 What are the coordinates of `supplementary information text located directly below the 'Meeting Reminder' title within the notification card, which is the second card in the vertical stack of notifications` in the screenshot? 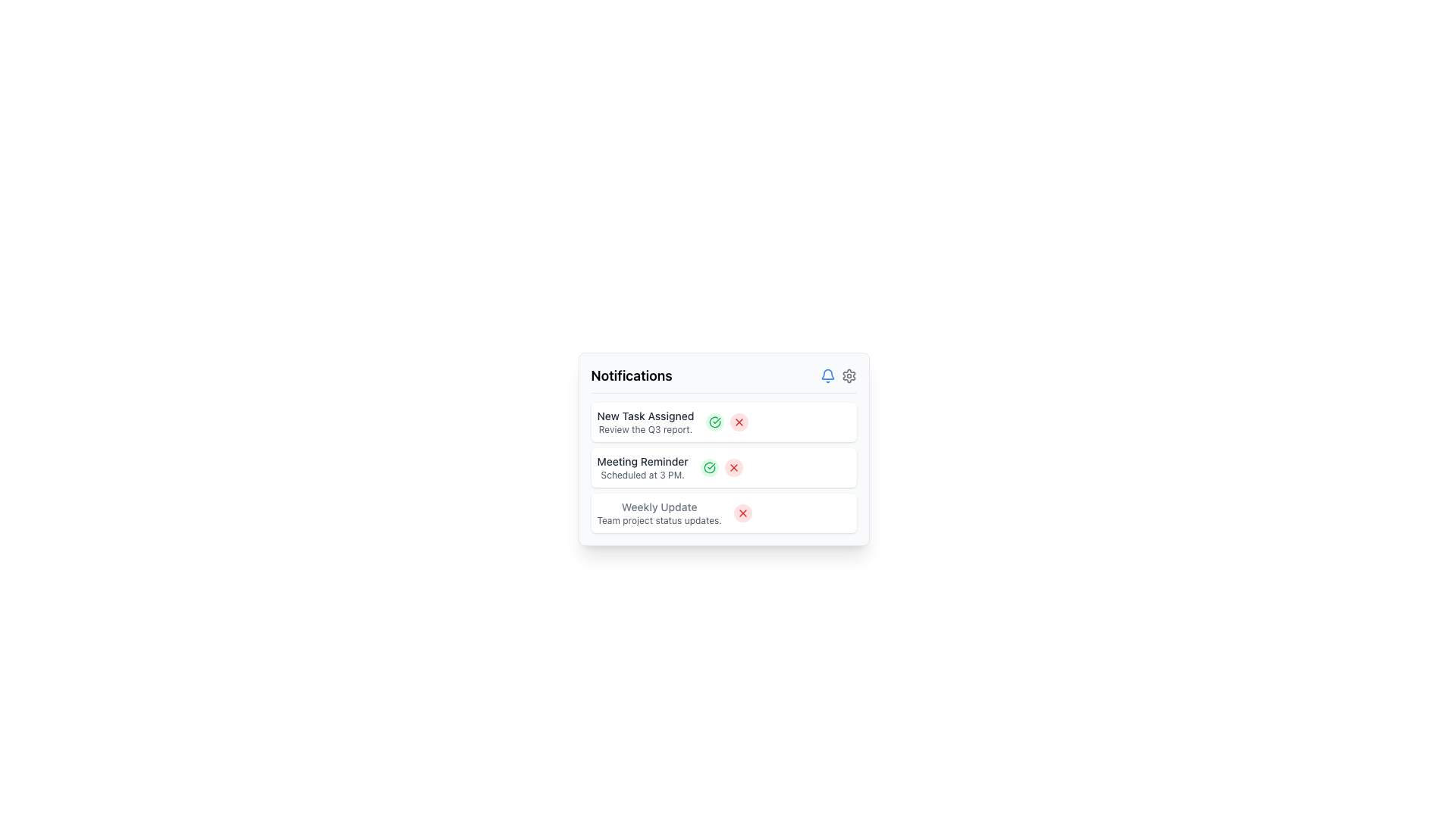 It's located at (642, 475).